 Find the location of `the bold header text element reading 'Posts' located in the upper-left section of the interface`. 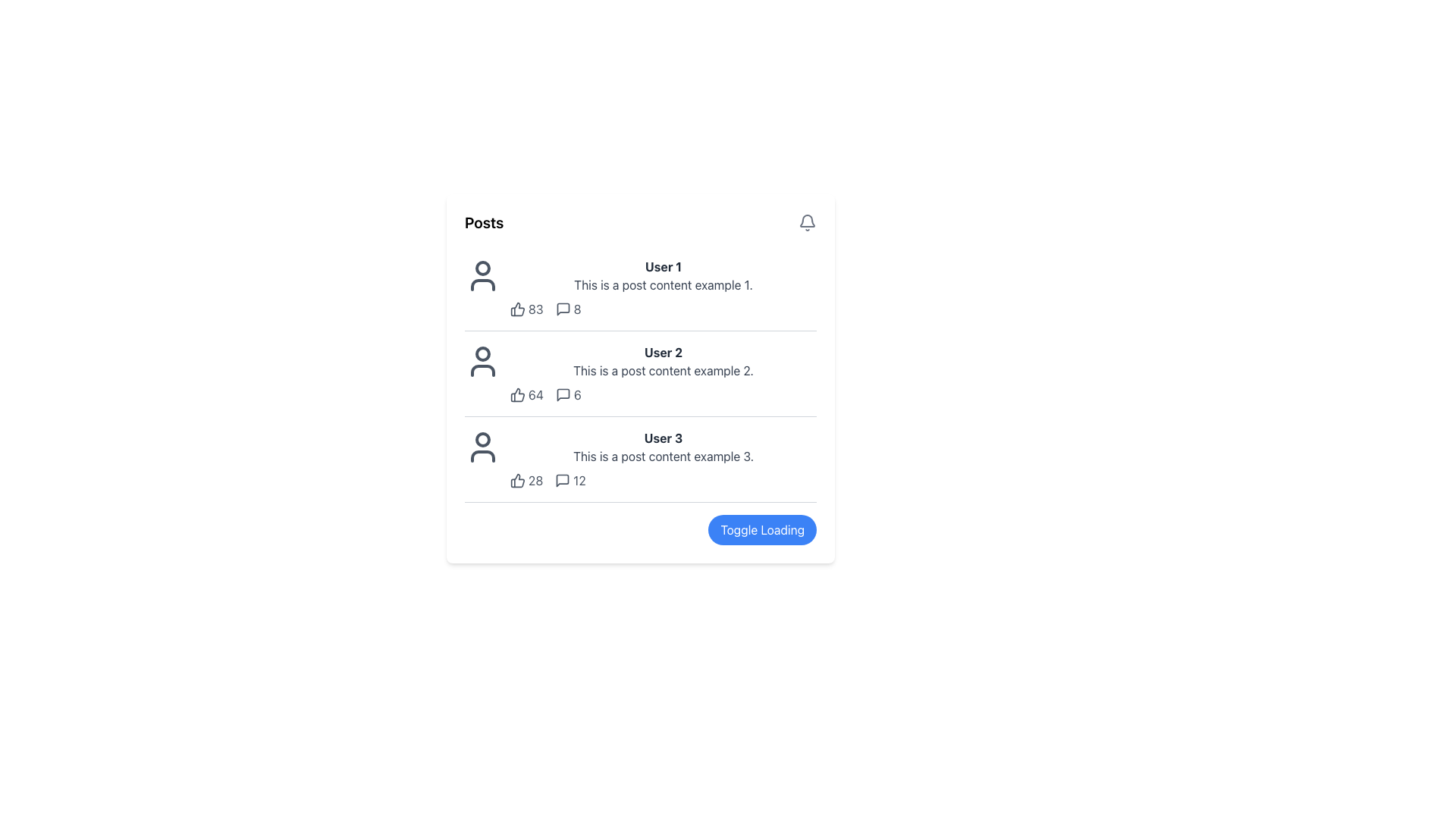

the bold header text element reading 'Posts' located in the upper-left section of the interface is located at coordinates (483, 222).